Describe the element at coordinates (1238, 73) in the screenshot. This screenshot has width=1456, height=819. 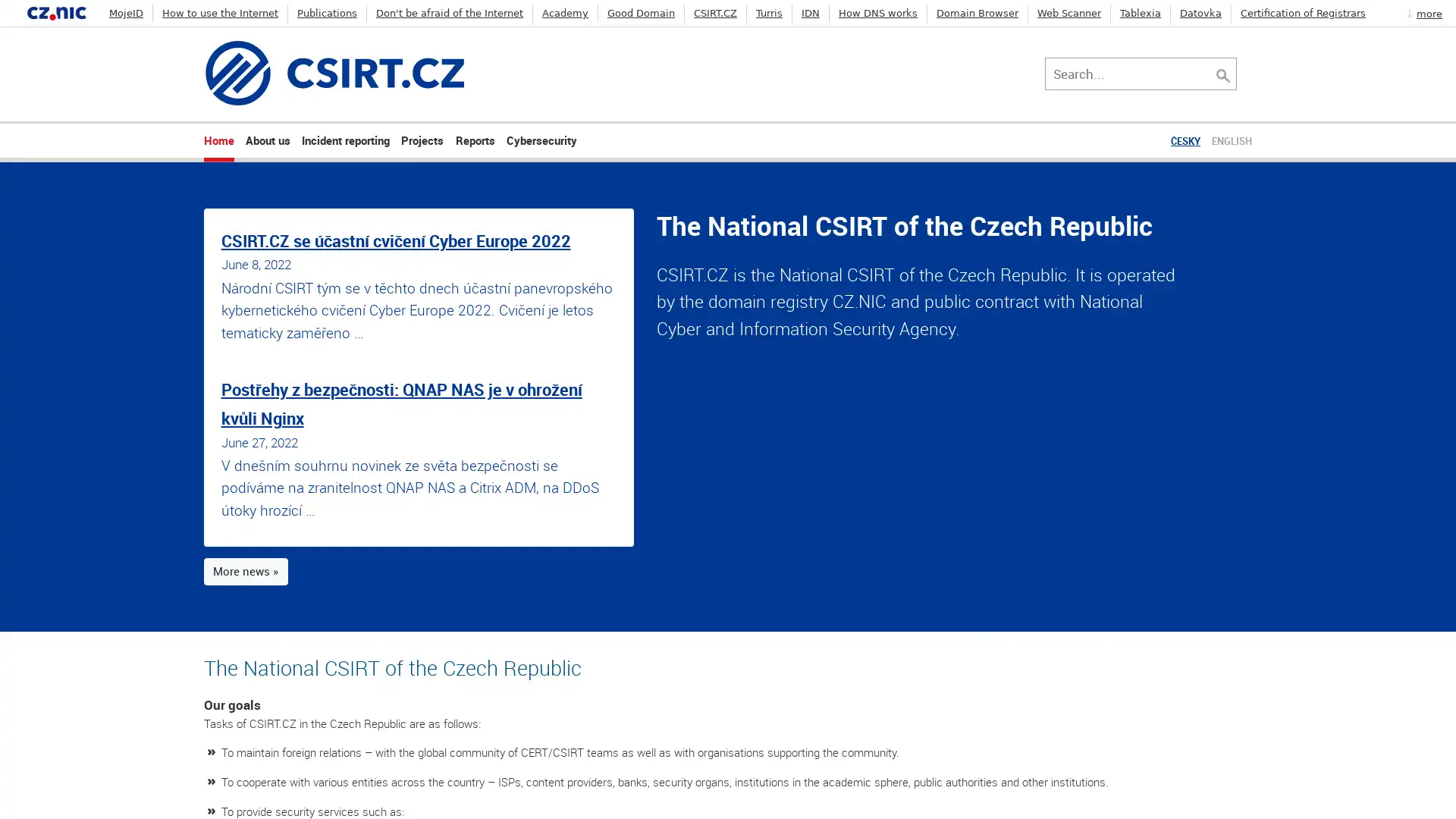
I see `Search button` at that location.